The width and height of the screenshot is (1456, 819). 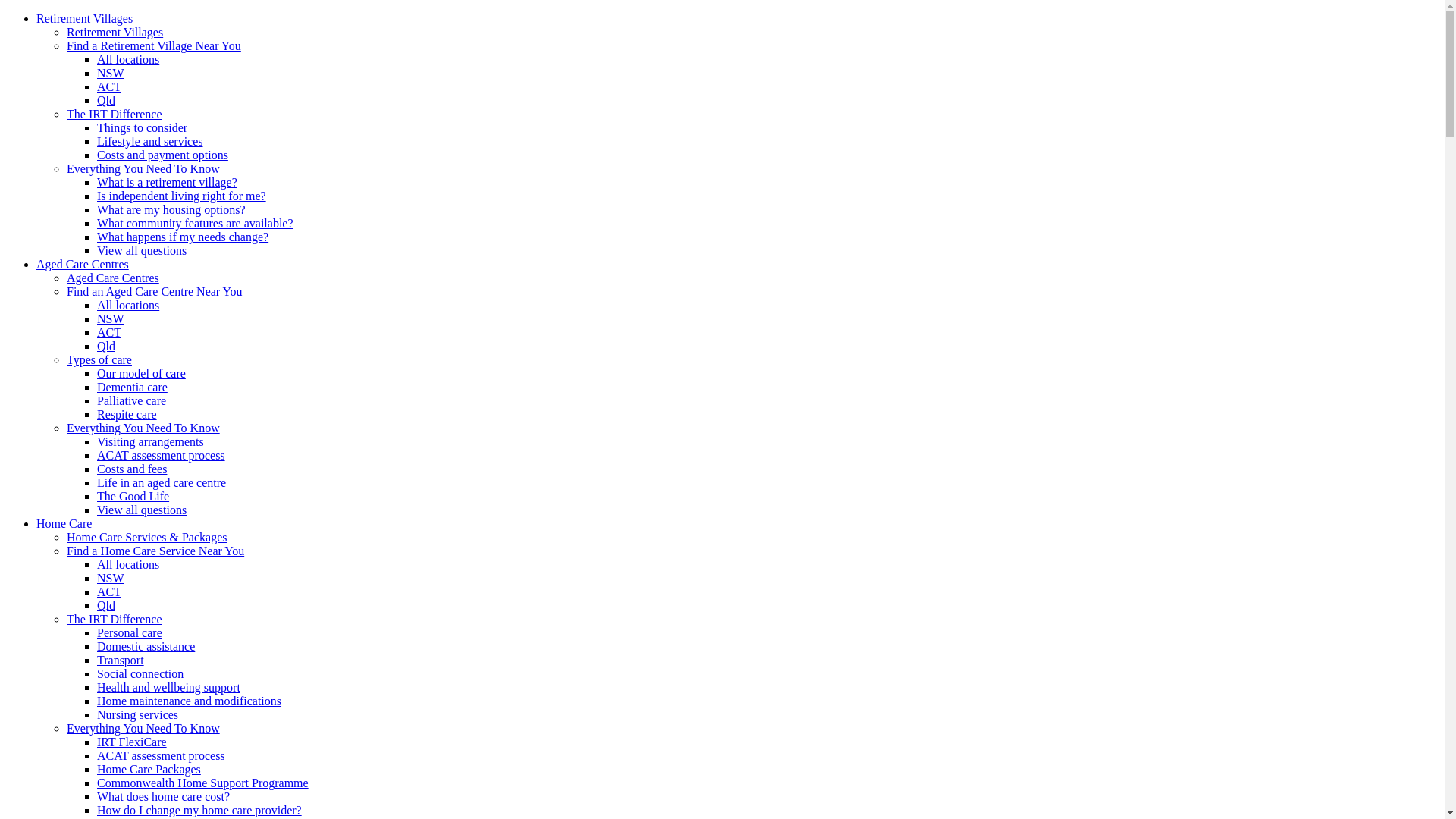 I want to click on 'The IRT Difference', so click(x=113, y=113).